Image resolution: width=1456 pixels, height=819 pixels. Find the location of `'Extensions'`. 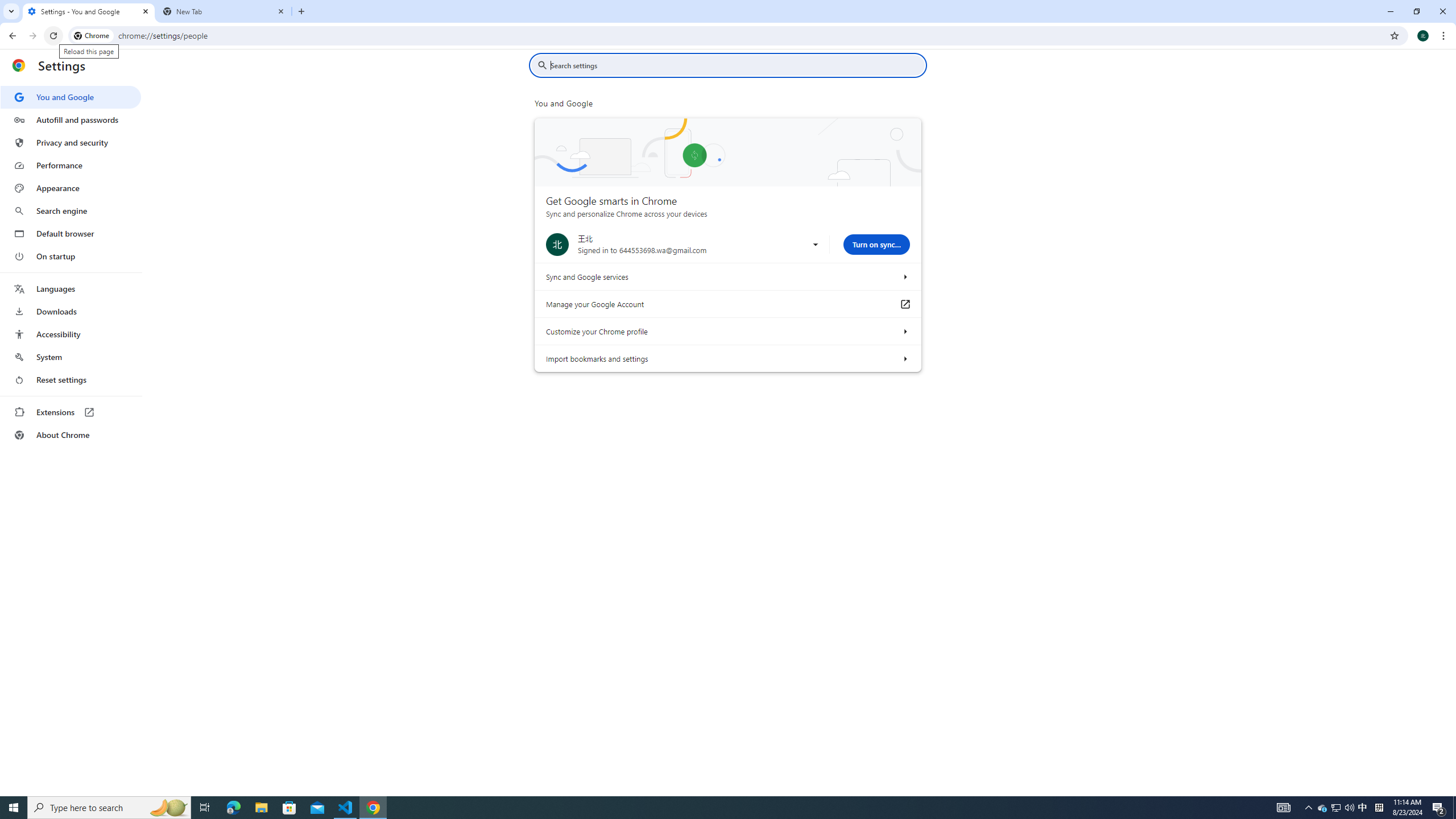

'Extensions' is located at coordinates (70, 412).